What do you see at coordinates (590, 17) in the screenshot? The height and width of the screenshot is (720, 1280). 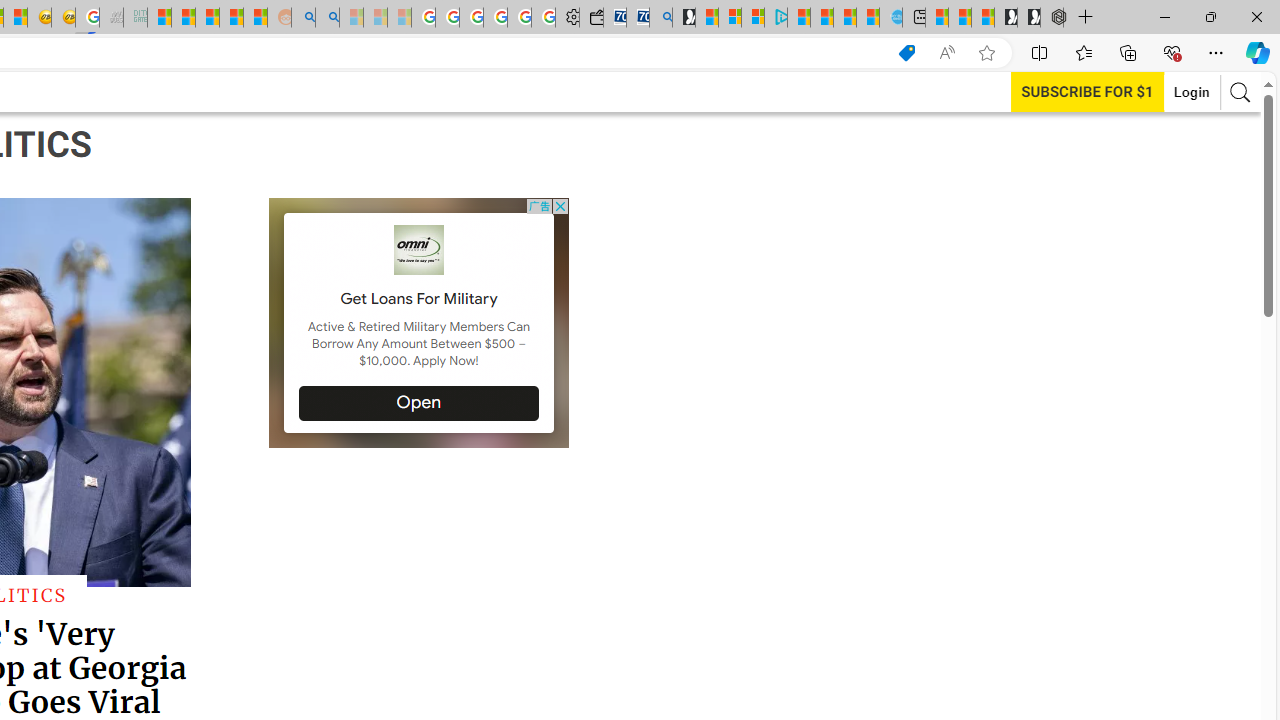 I see `'Wallet'` at bounding box center [590, 17].